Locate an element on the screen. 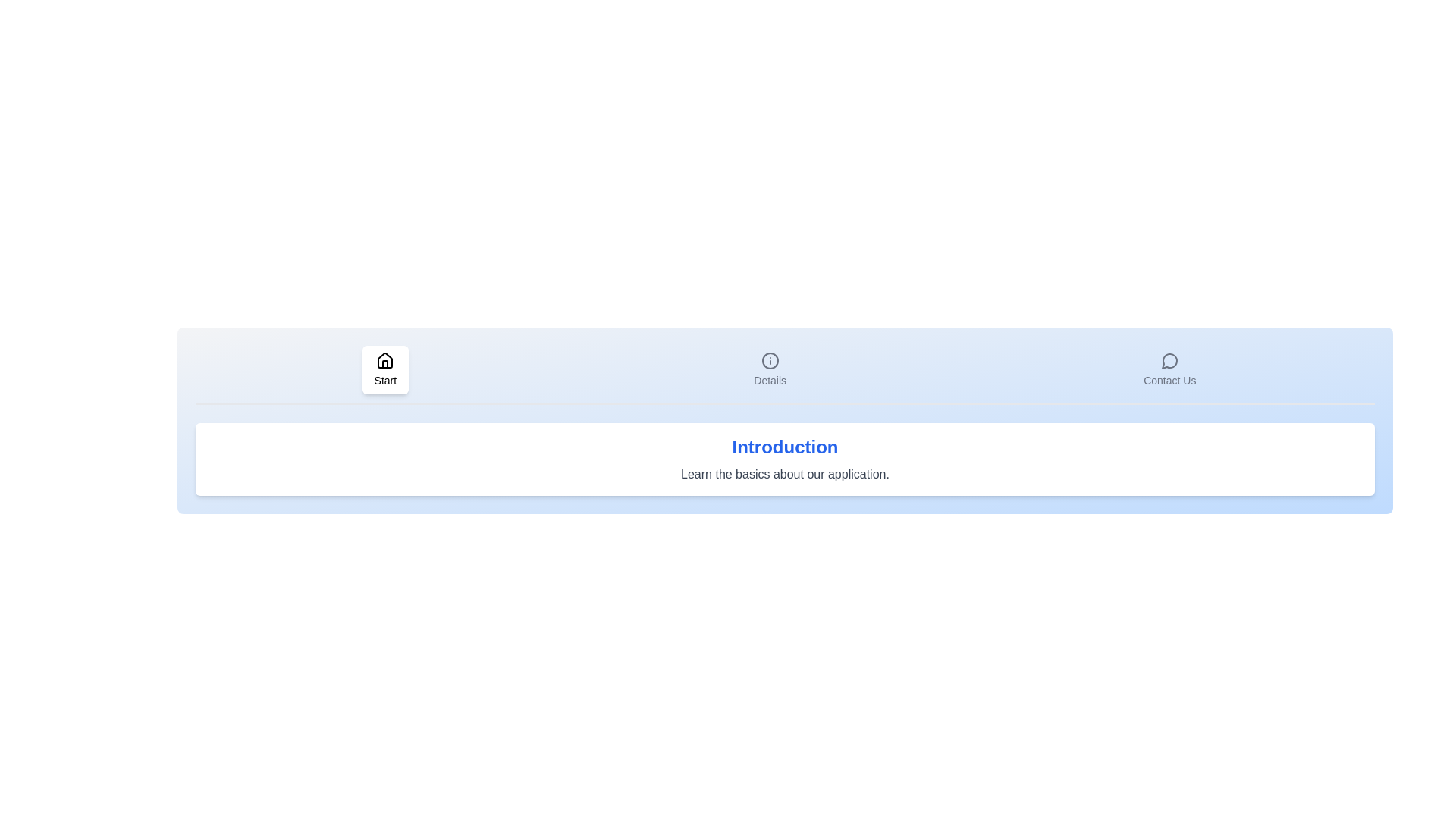 This screenshot has width=1456, height=819. the icon of the Details tab to activate it is located at coordinates (770, 370).